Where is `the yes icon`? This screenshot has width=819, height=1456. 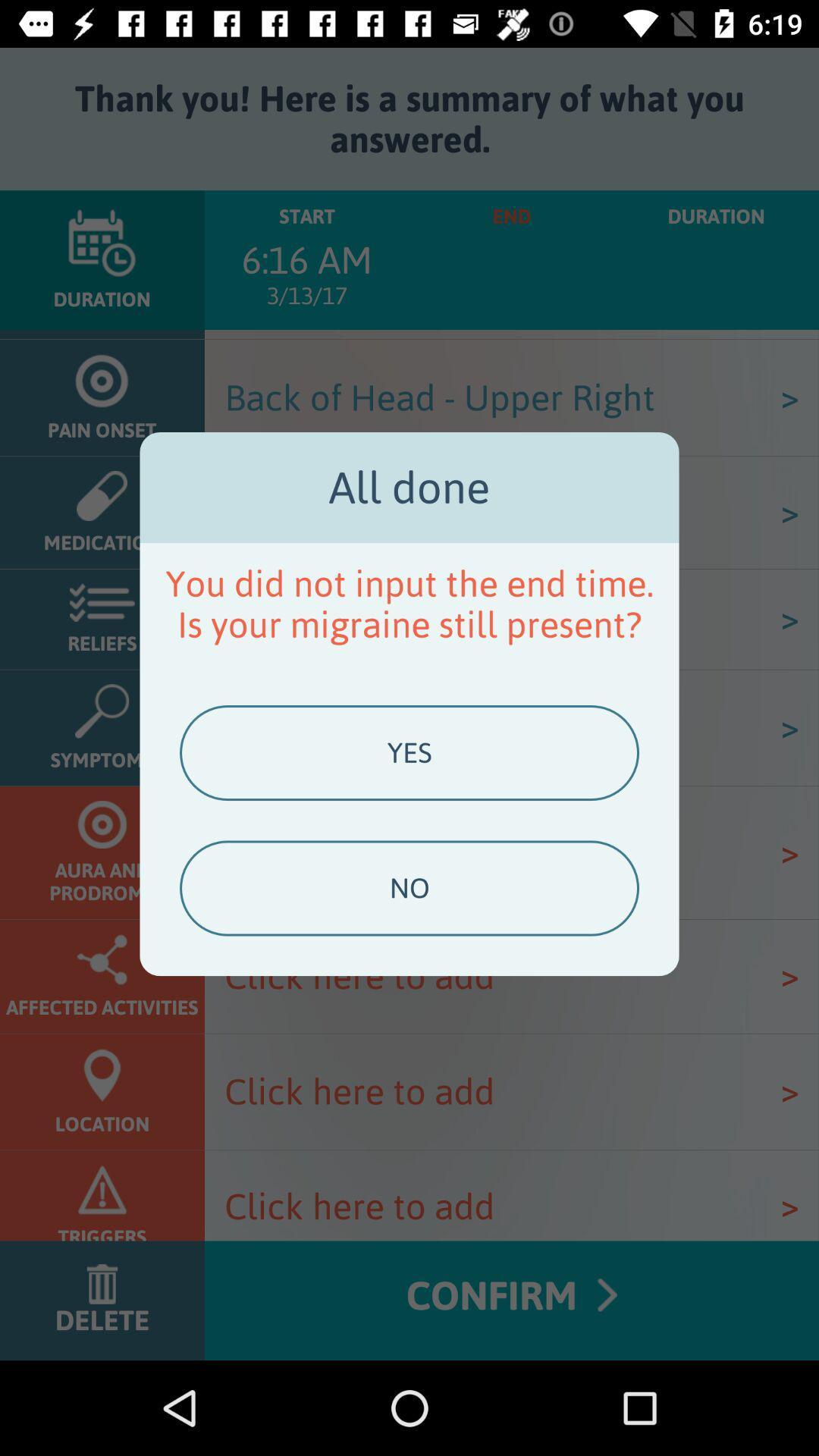
the yes icon is located at coordinates (409, 753).